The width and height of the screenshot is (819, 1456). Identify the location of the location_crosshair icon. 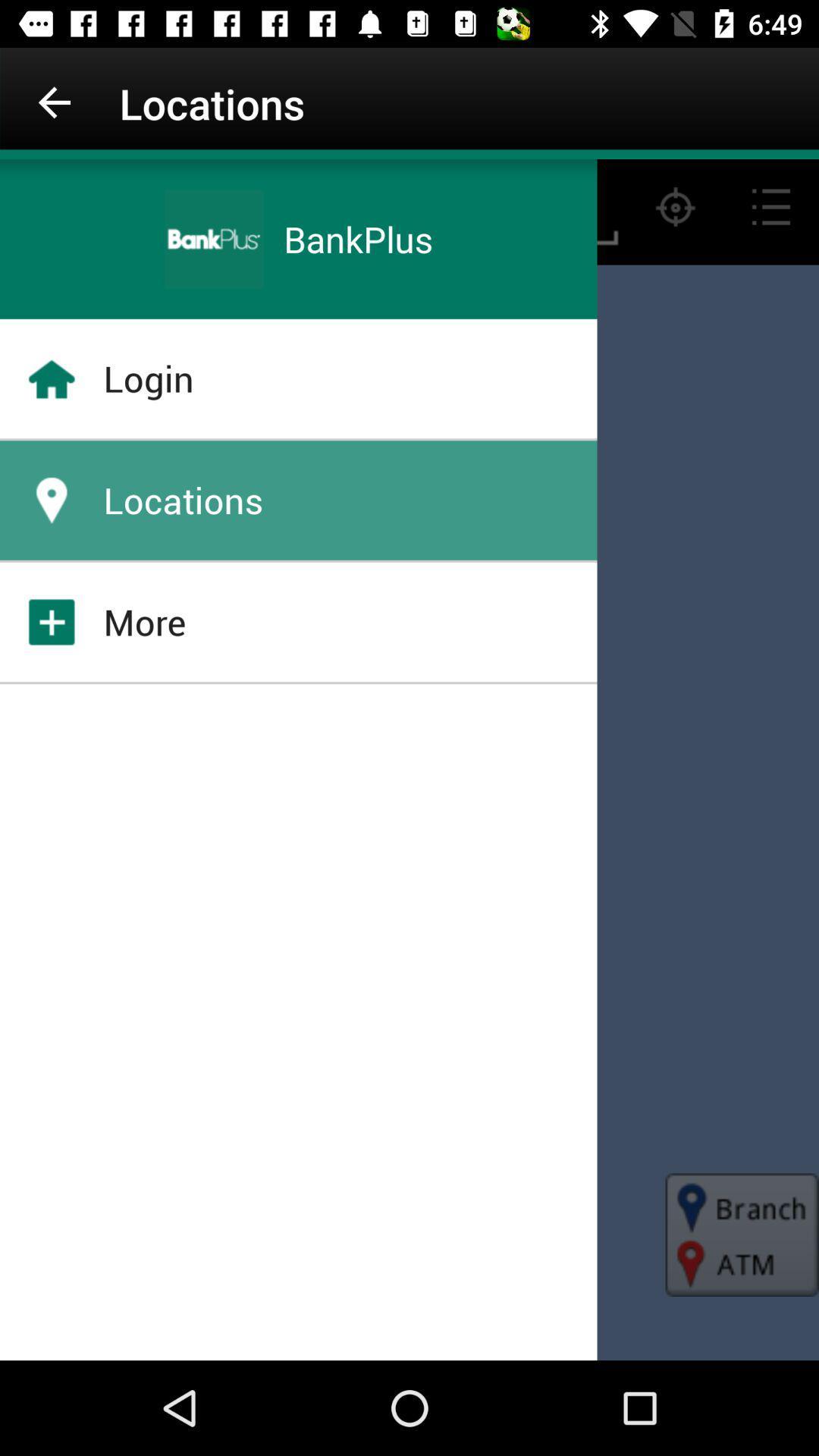
(675, 206).